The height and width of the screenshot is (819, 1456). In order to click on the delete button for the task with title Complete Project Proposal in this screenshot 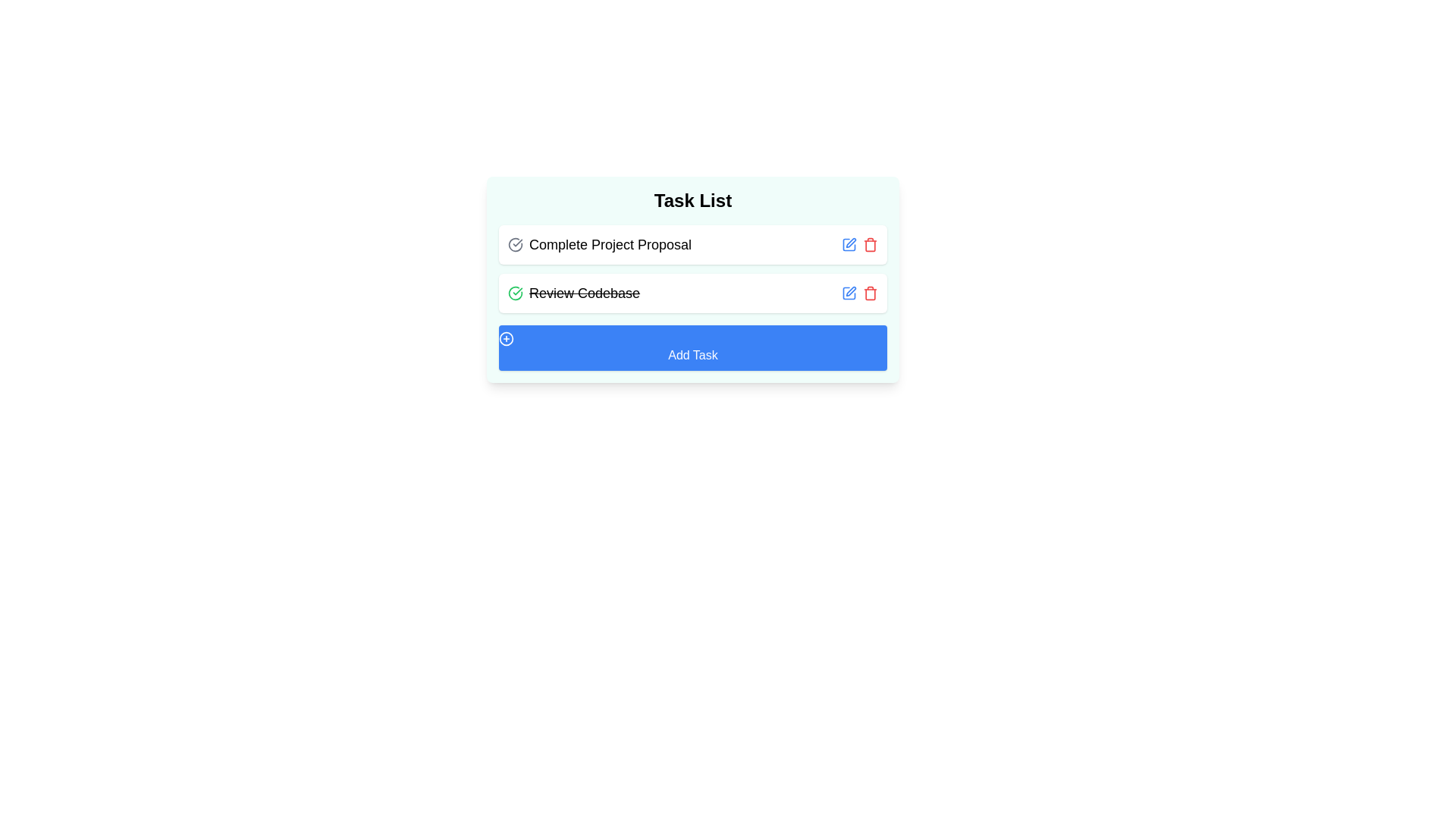, I will do `click(870, 244)`.